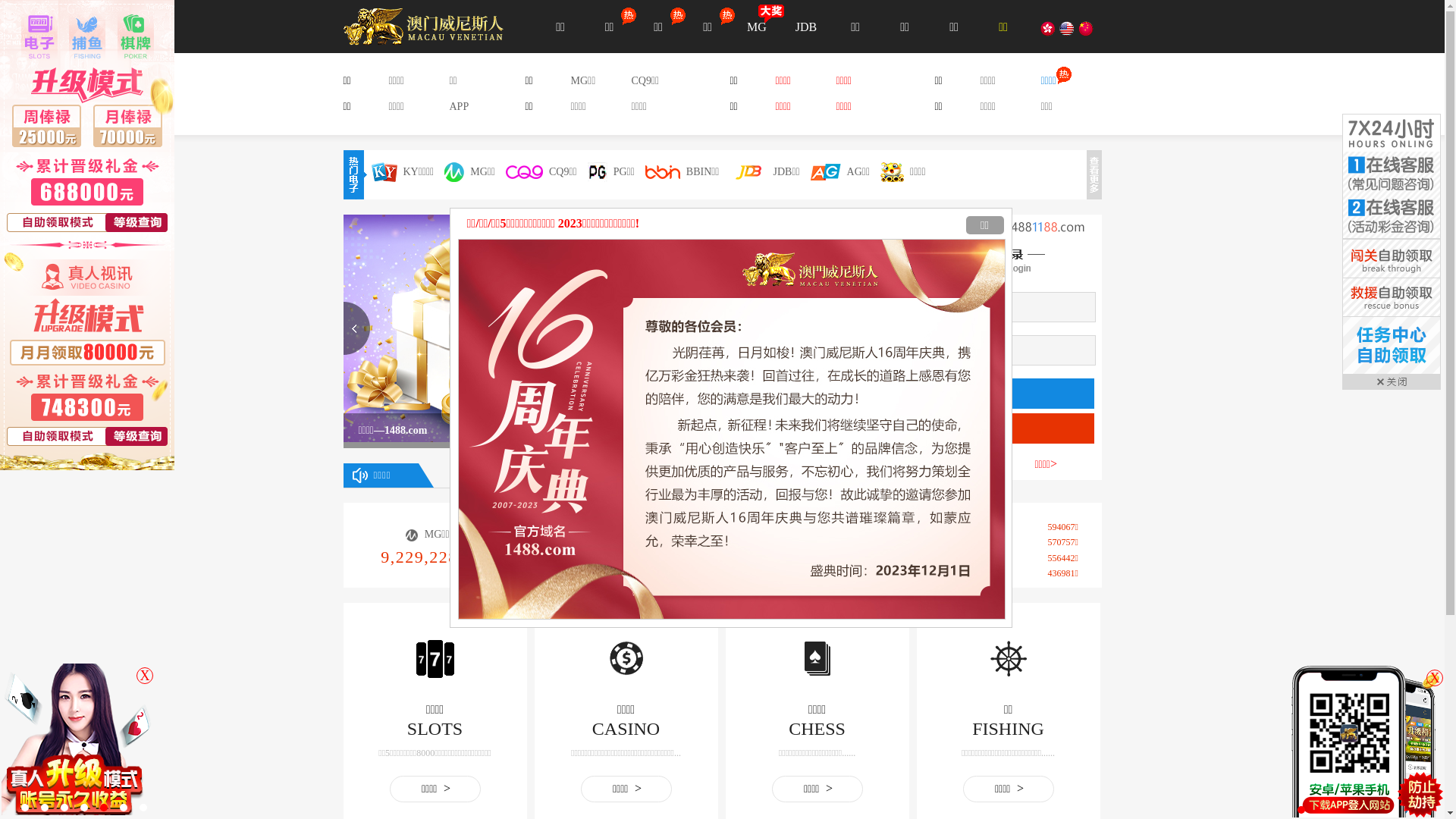 This screenshot has height=819, width=1456. I want to click on 'X', so click(1433, 677).